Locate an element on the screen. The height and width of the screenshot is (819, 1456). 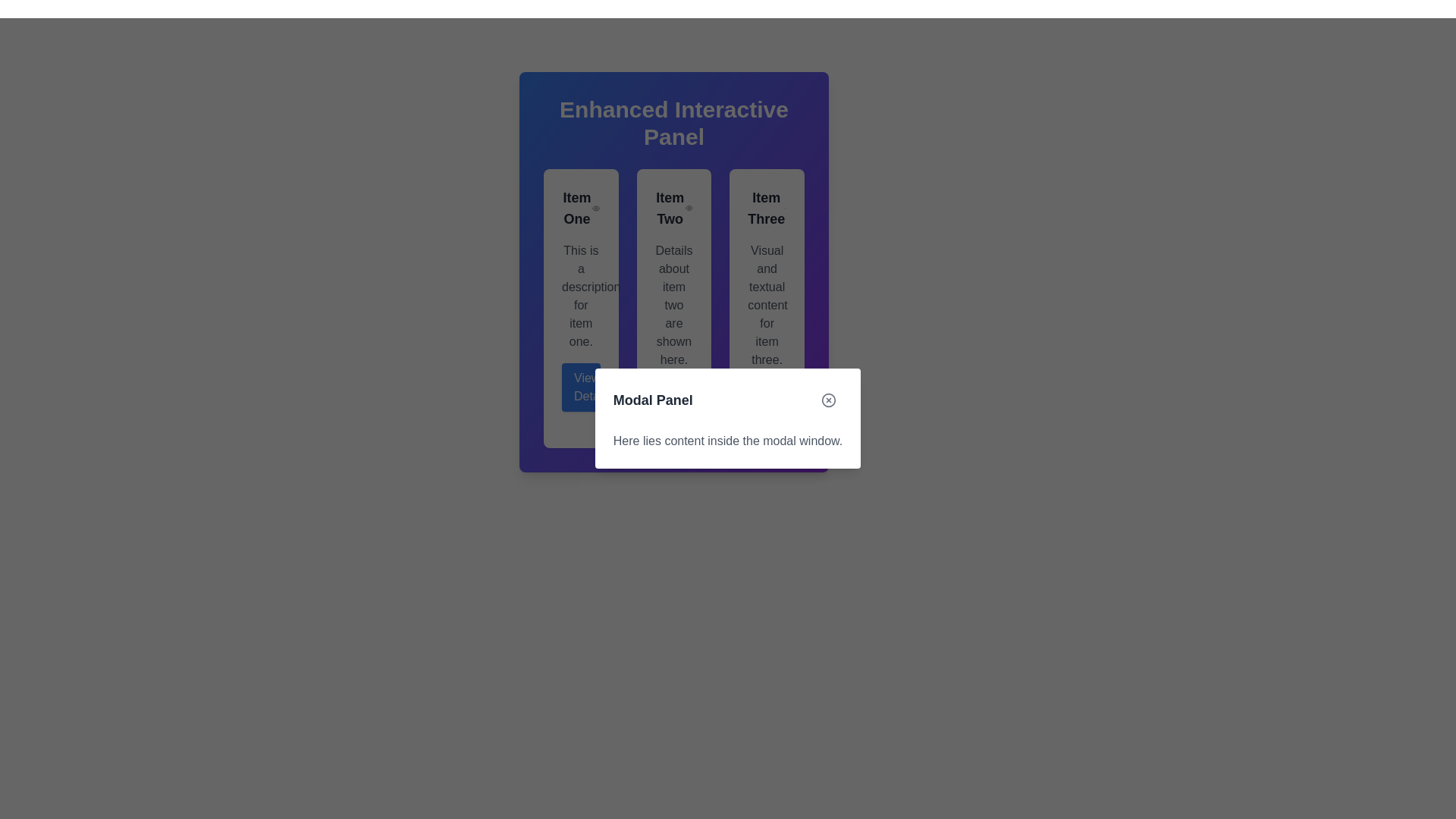
the close button at the top-right corner of the modal window is located at coordinates (828, 400).